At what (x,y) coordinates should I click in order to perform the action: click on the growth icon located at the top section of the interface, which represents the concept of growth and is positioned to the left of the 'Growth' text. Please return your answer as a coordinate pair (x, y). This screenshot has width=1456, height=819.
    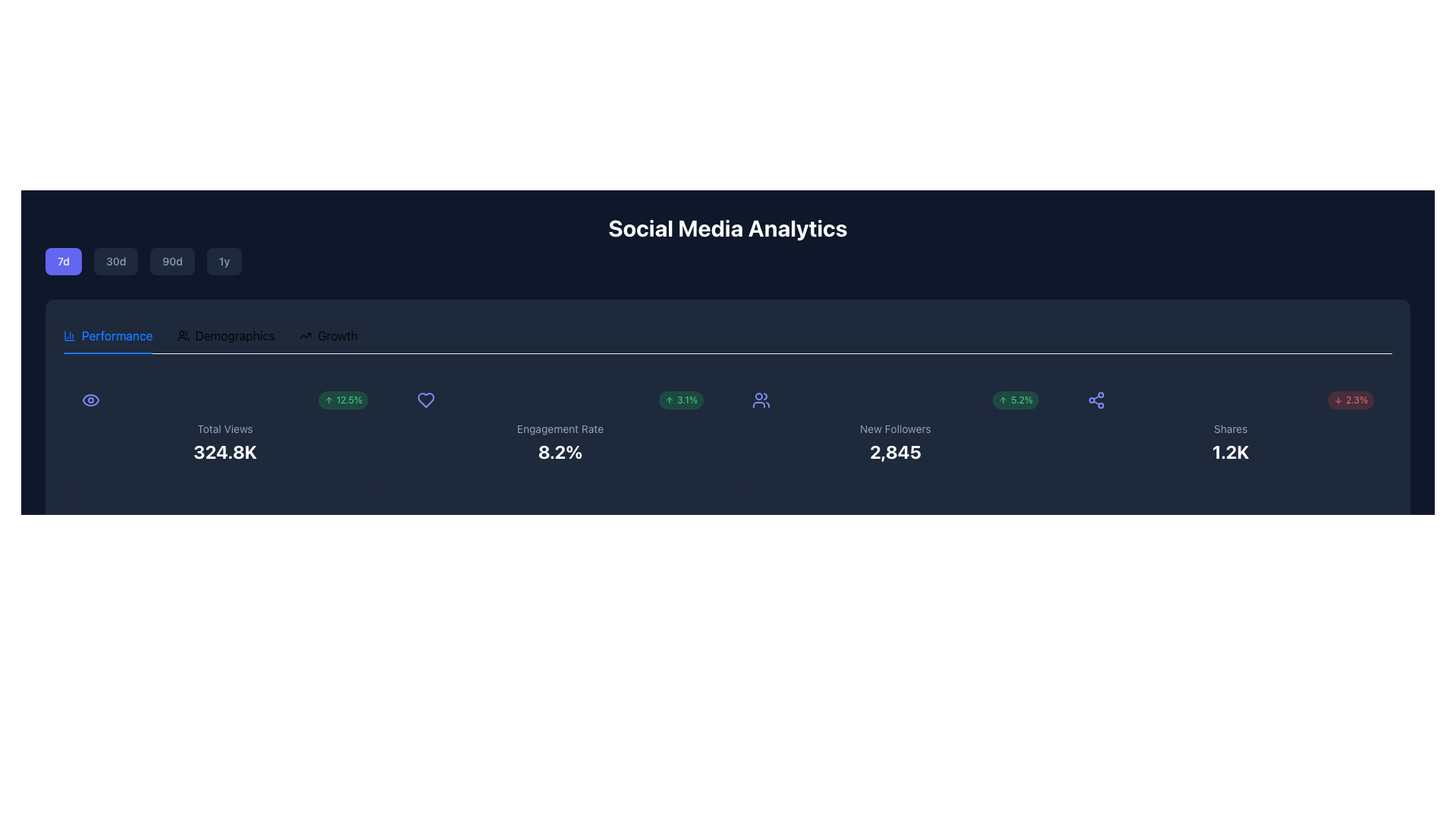
    Looking at the image, I should click on (305, 335).